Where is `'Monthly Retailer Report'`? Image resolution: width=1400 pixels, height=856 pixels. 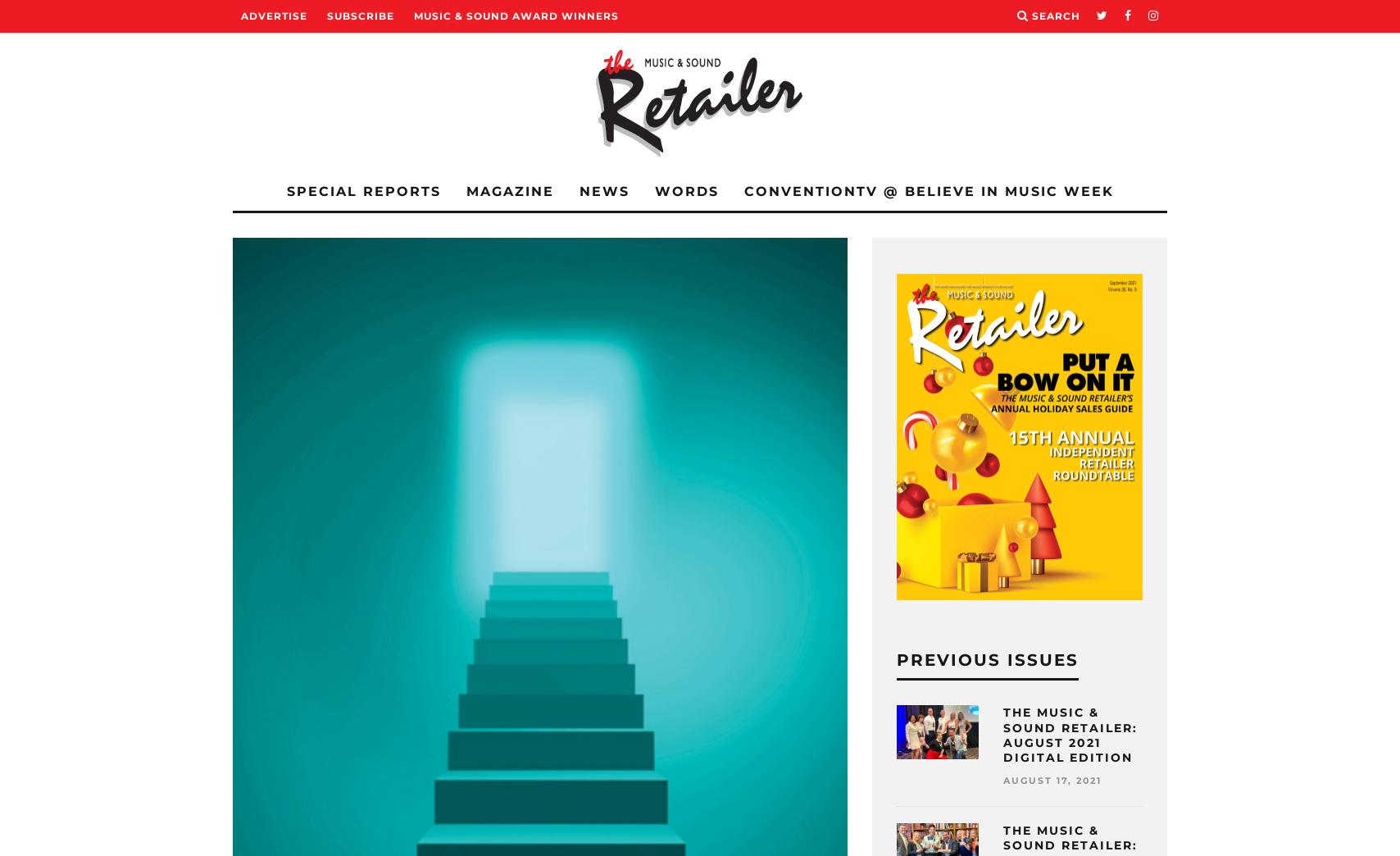
'Monthly Retailer Report' is located at coordinates (392, 155).